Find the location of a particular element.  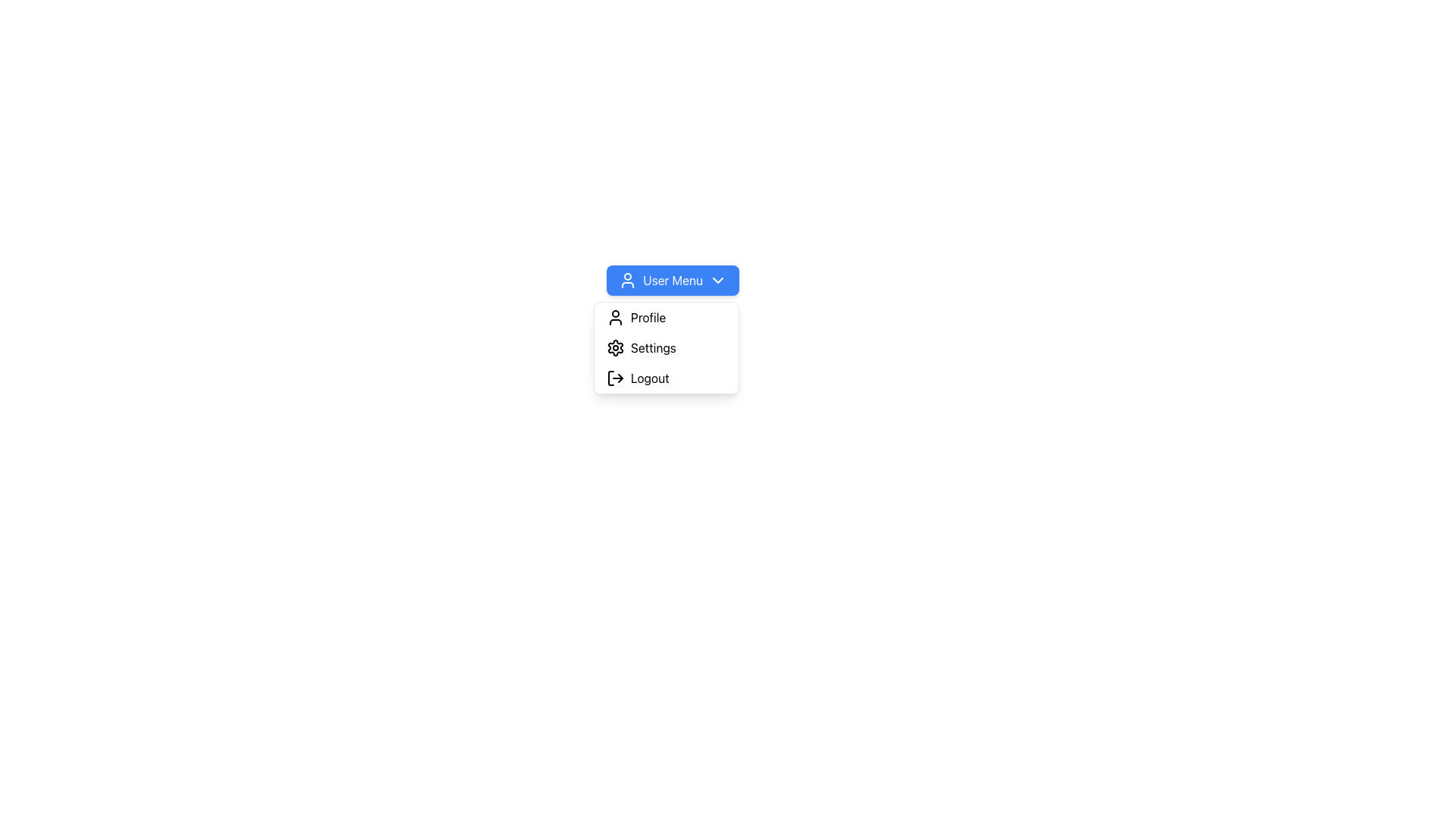

the arrow-shaped SVG graphic component indicating the logout option in the dropdown menu, positioned to the right of the logout text is located at coordinates (620, 377).